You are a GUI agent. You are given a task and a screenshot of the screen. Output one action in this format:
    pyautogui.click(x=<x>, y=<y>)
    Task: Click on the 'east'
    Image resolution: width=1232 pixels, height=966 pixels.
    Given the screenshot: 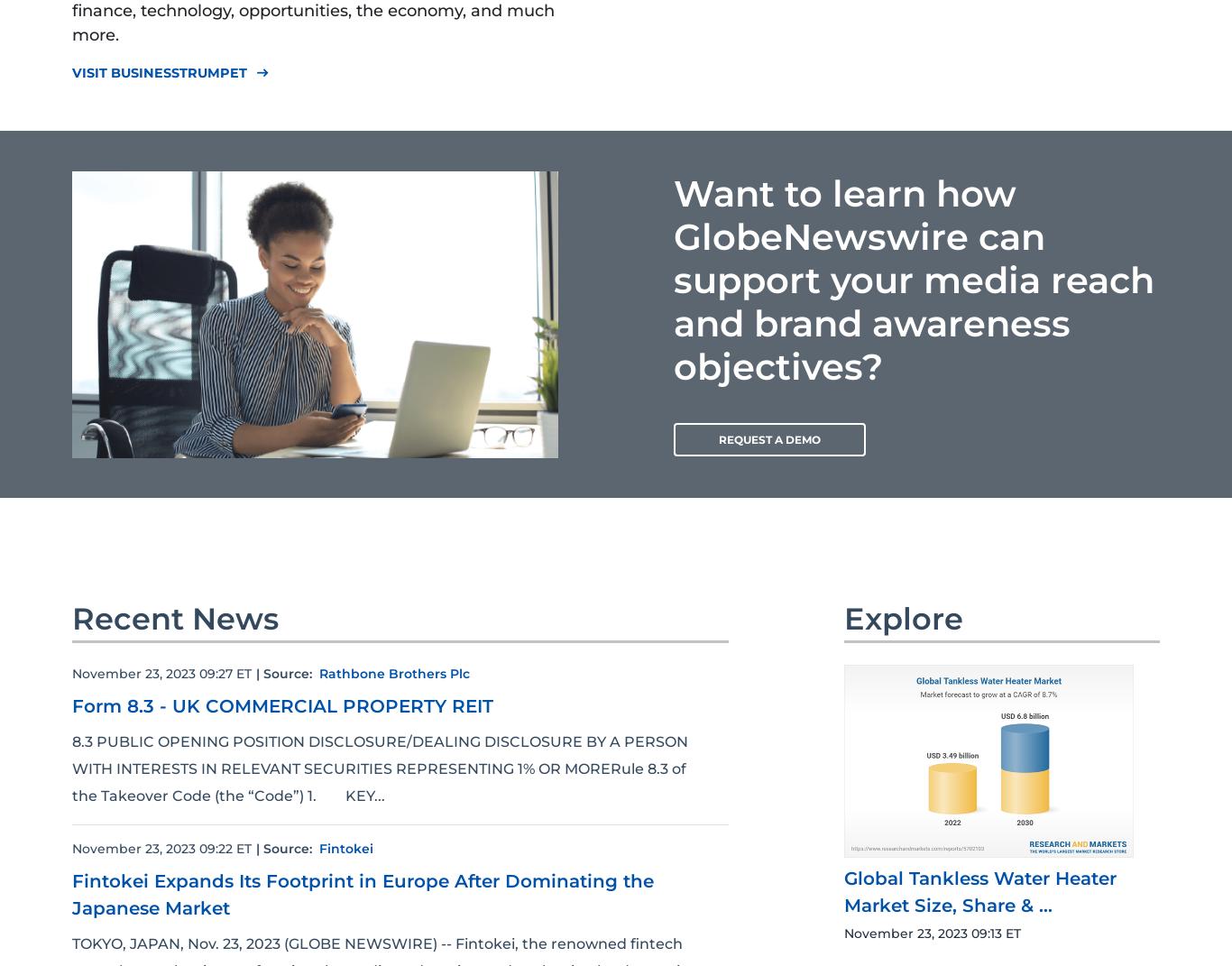 What is the action you would take?
    pyautogui.click(x=262, y=72)
    